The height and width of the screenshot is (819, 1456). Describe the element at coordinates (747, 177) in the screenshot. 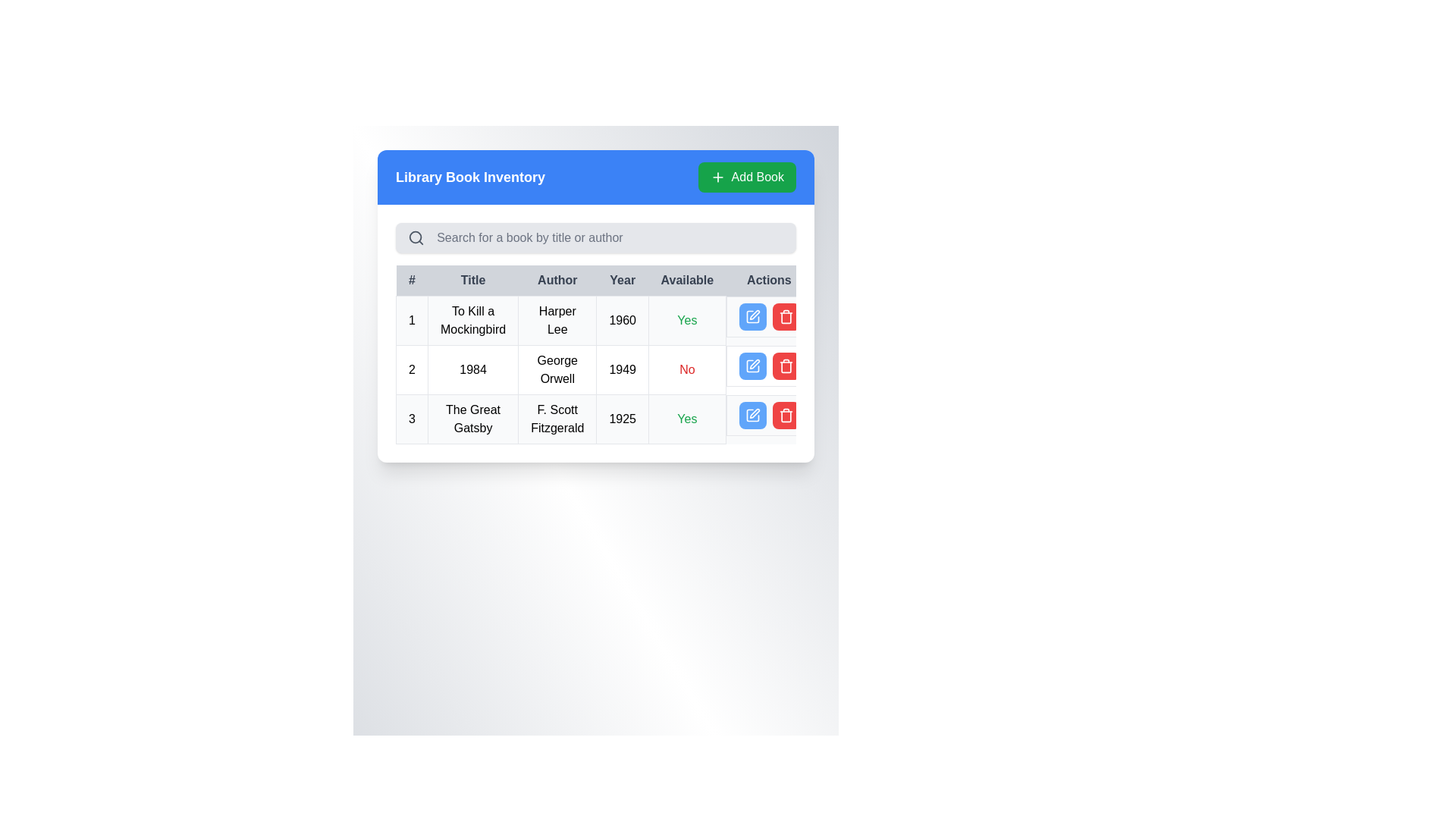

I see `the button located in the top-right corner of the 'Library Book Inventory' header bar to initiate the Add Book action` at that location.